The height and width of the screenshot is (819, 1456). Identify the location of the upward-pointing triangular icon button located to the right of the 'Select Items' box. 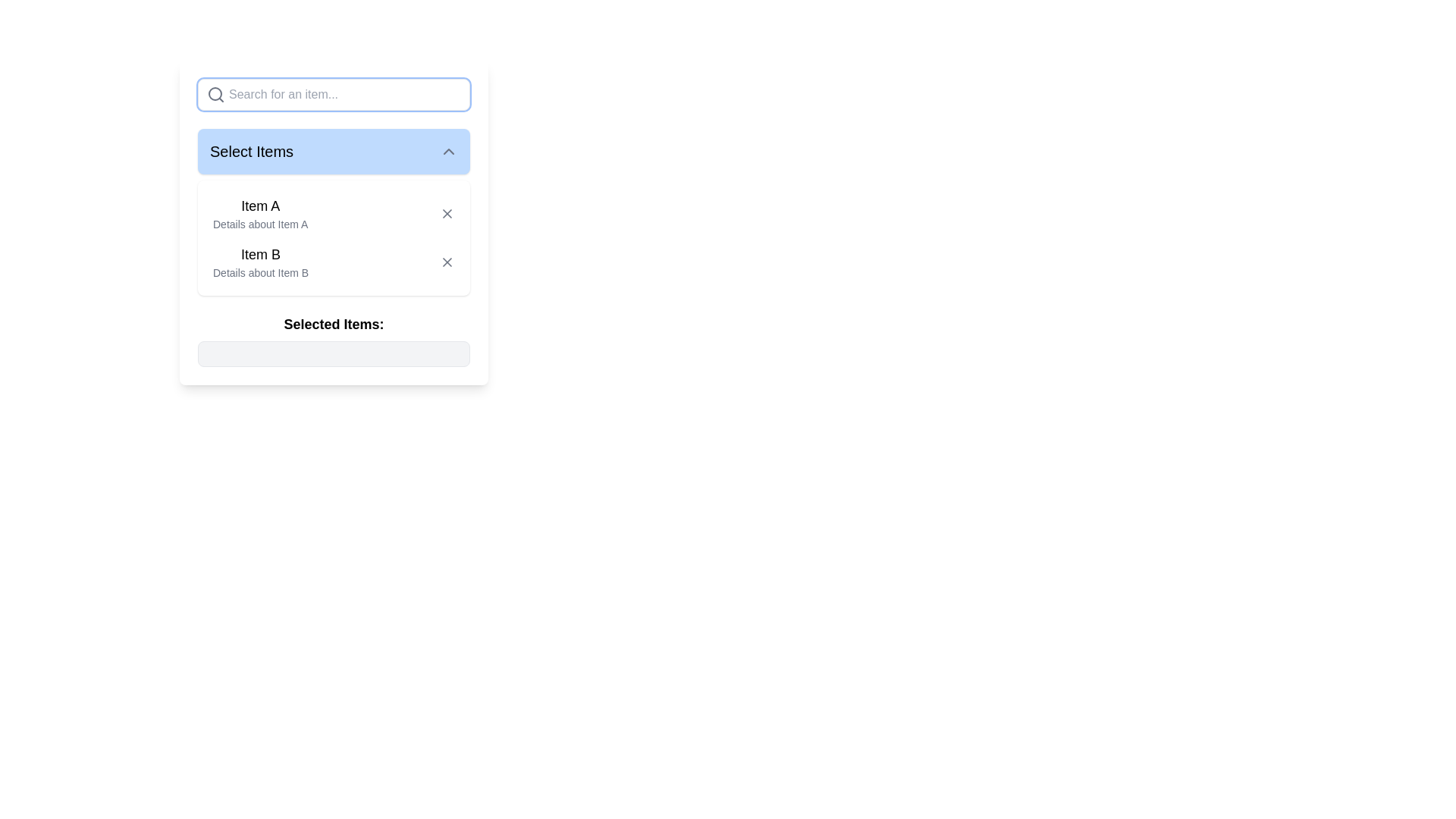
(447, 152).